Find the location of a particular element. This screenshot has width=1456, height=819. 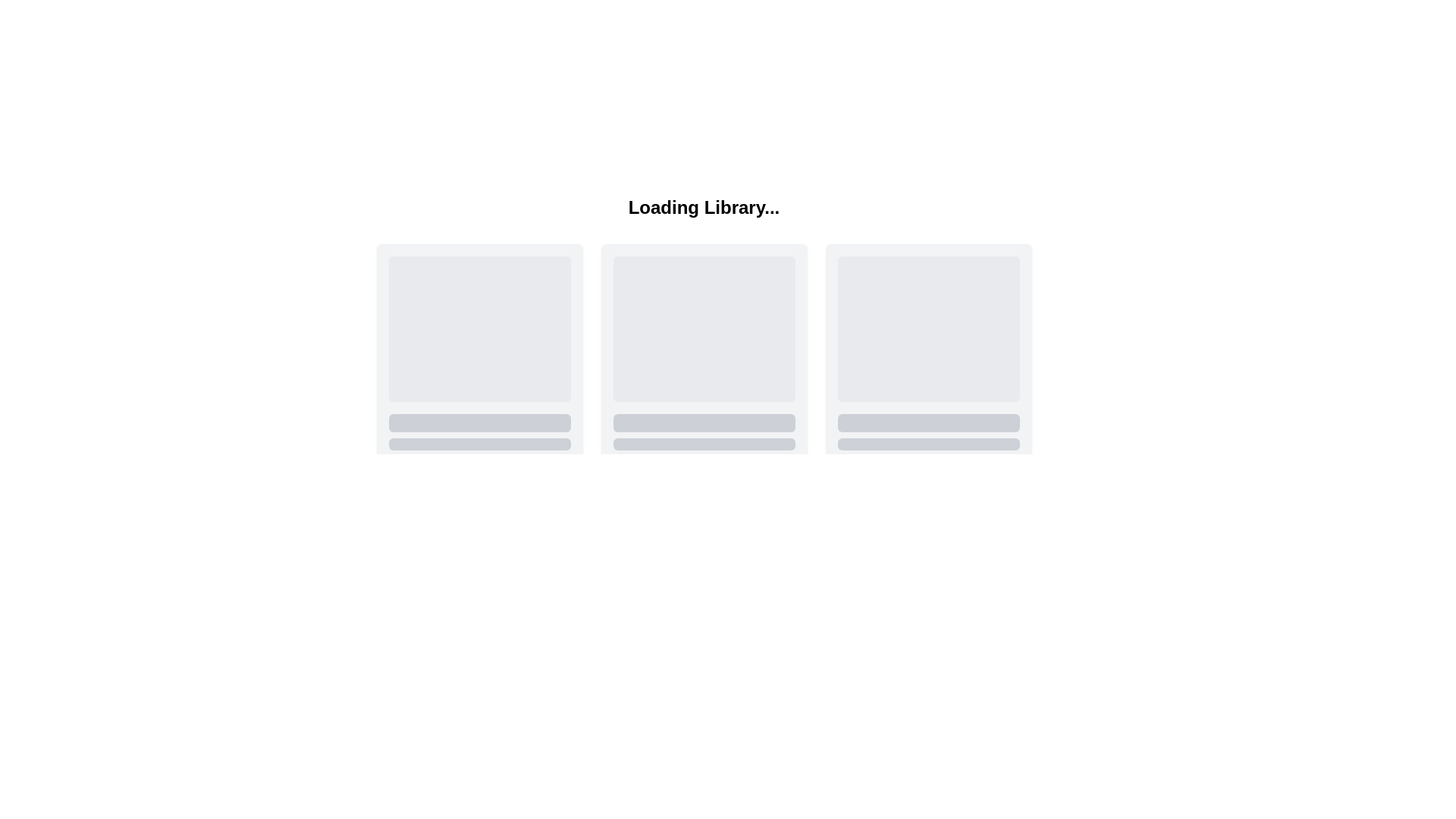

the first card in the grid layout, which has a soft gray background and rounded corners is located at coordinates (479, 369).